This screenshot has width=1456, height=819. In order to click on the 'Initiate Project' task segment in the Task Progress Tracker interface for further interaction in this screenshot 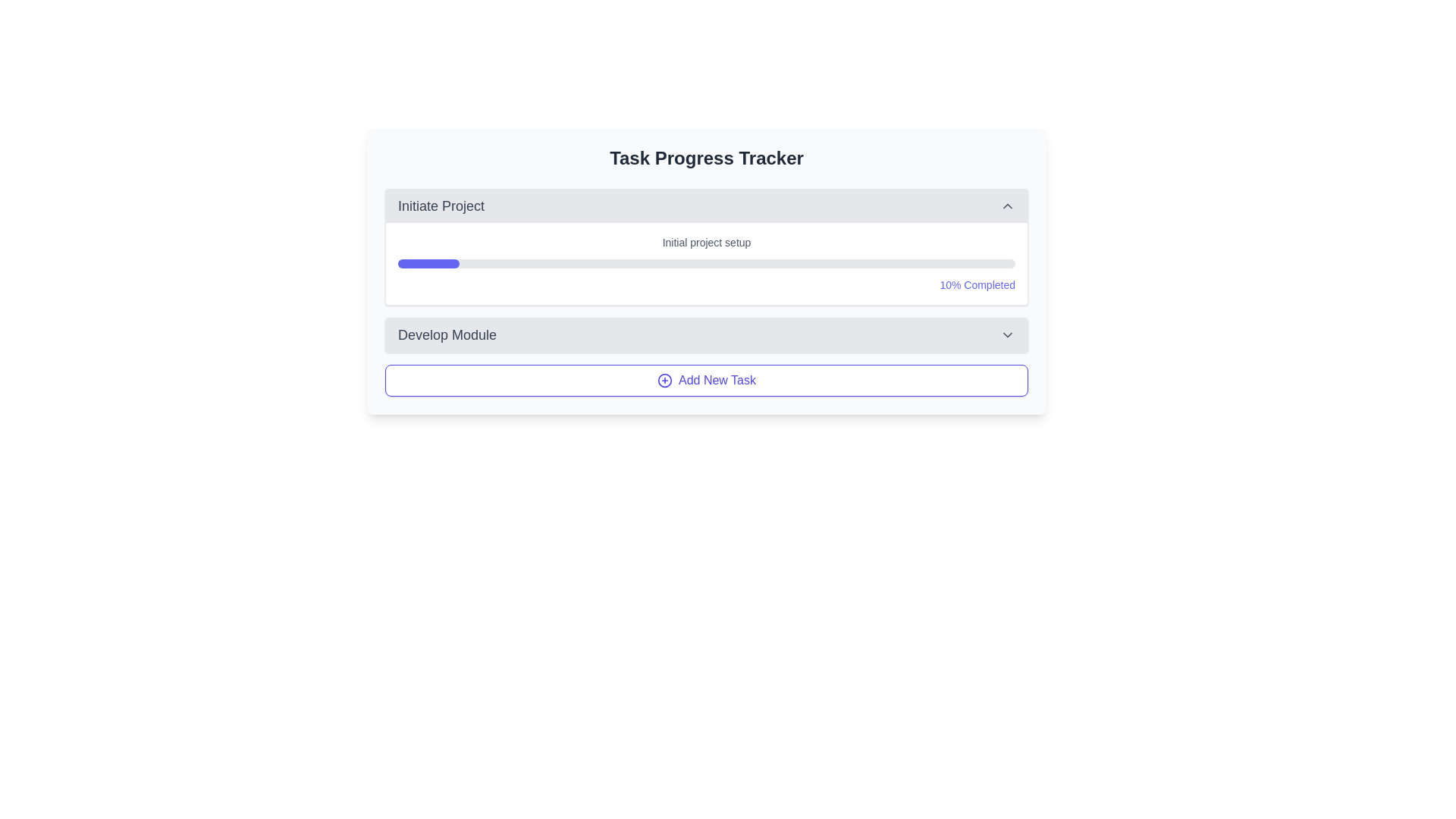, I will do `click(705, 270)`.